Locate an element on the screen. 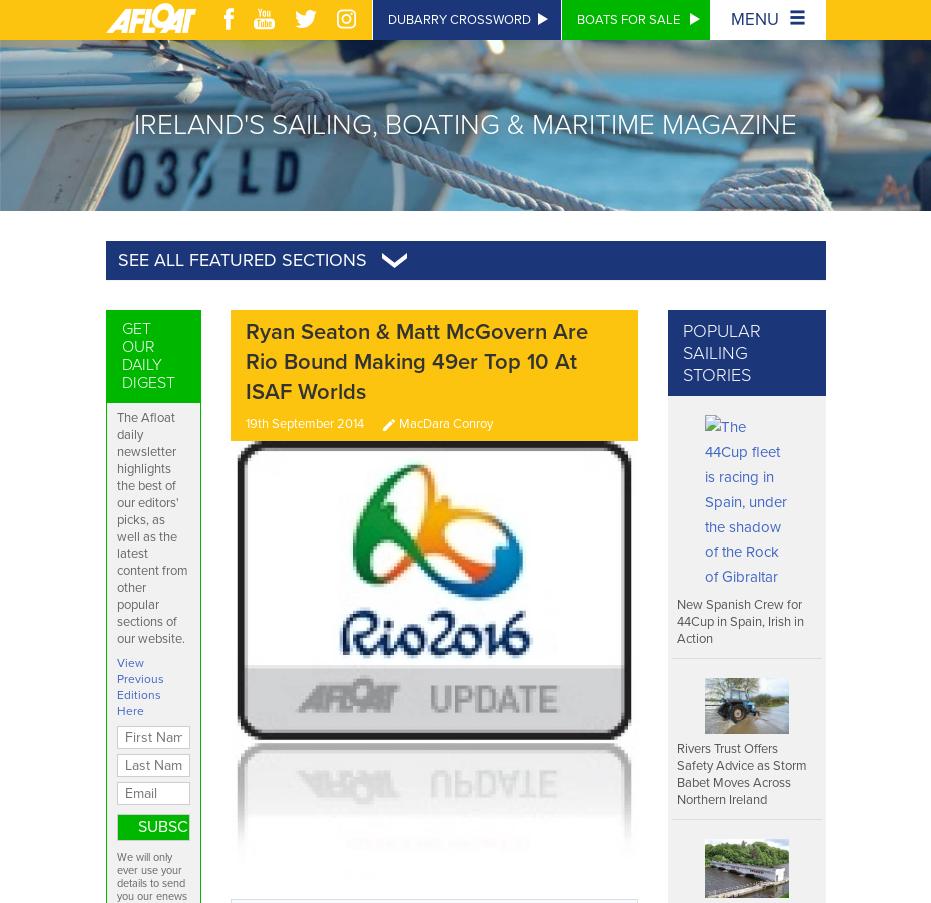 The image size is (931, 903). 'Get Our Daily Digest' is located at coordinates (146, 355).